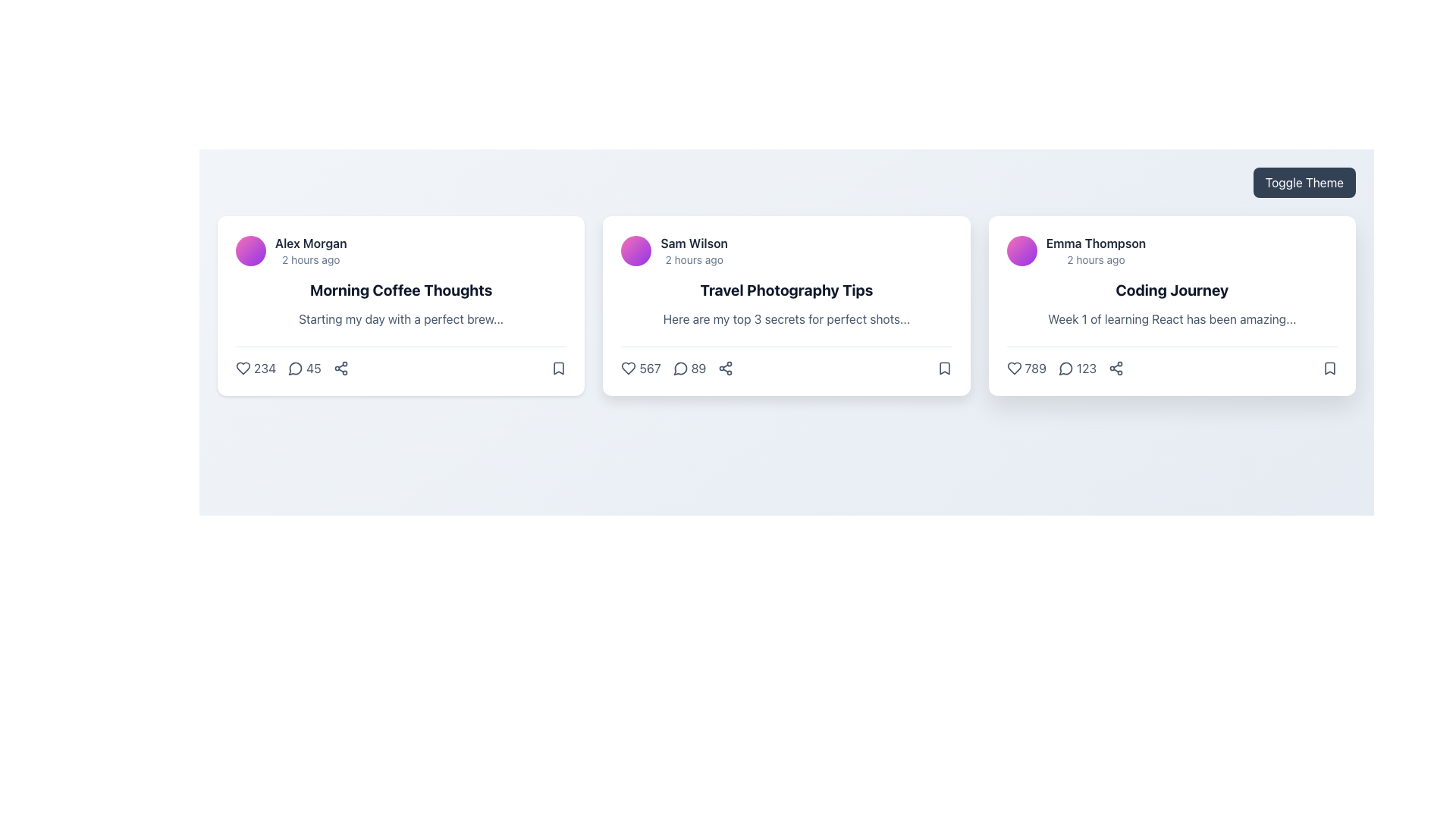 The height and width of the screenshot is (819, 1456). Describe the element at coordinates (340, 369) in the screenshot. I see `the 'Share' button located at the bottom-right corner of the first card` at that location.